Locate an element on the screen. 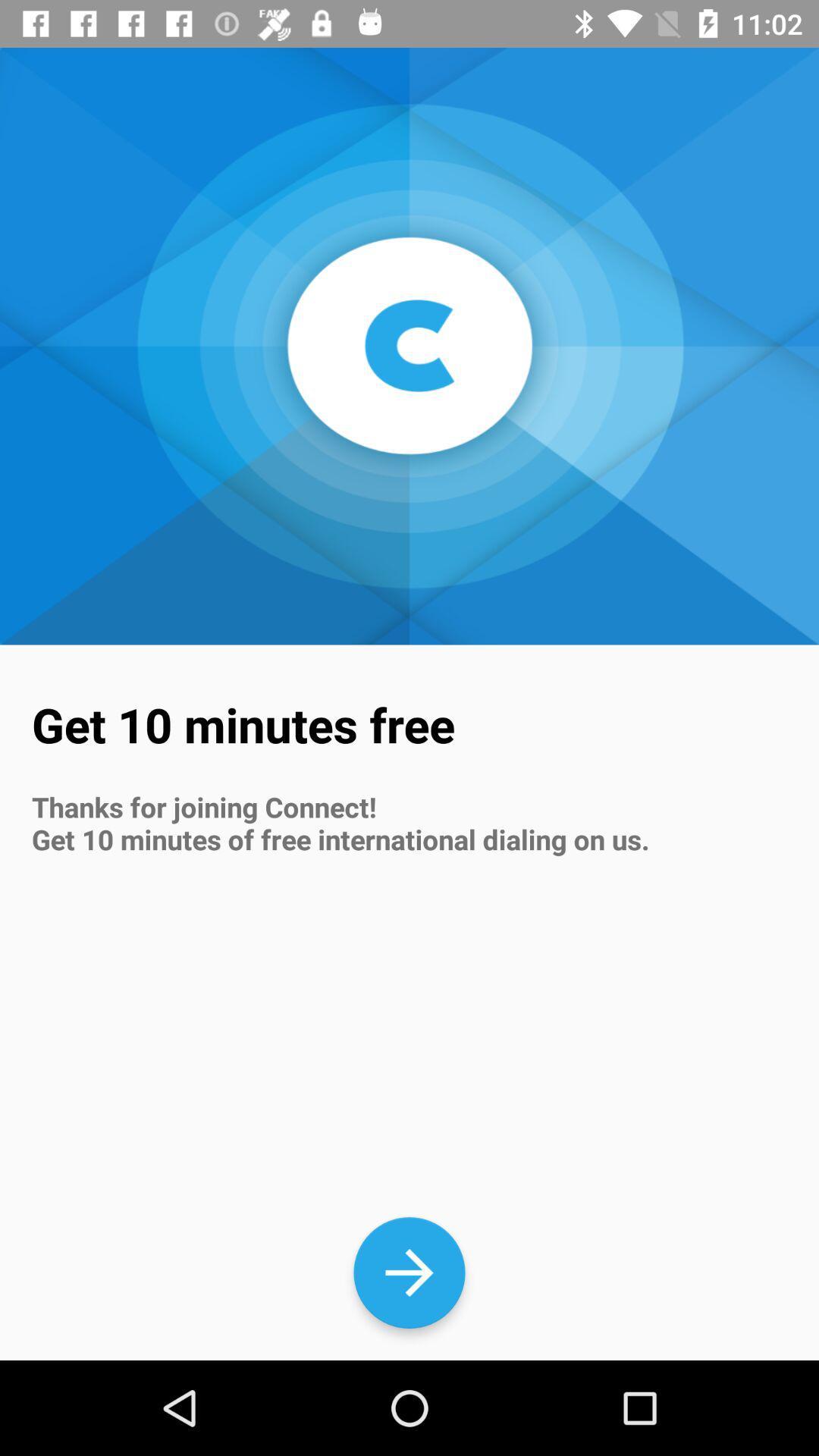 The image size is (819, 1456). the arrow_forward icon is located at coordinates (409, 1362).